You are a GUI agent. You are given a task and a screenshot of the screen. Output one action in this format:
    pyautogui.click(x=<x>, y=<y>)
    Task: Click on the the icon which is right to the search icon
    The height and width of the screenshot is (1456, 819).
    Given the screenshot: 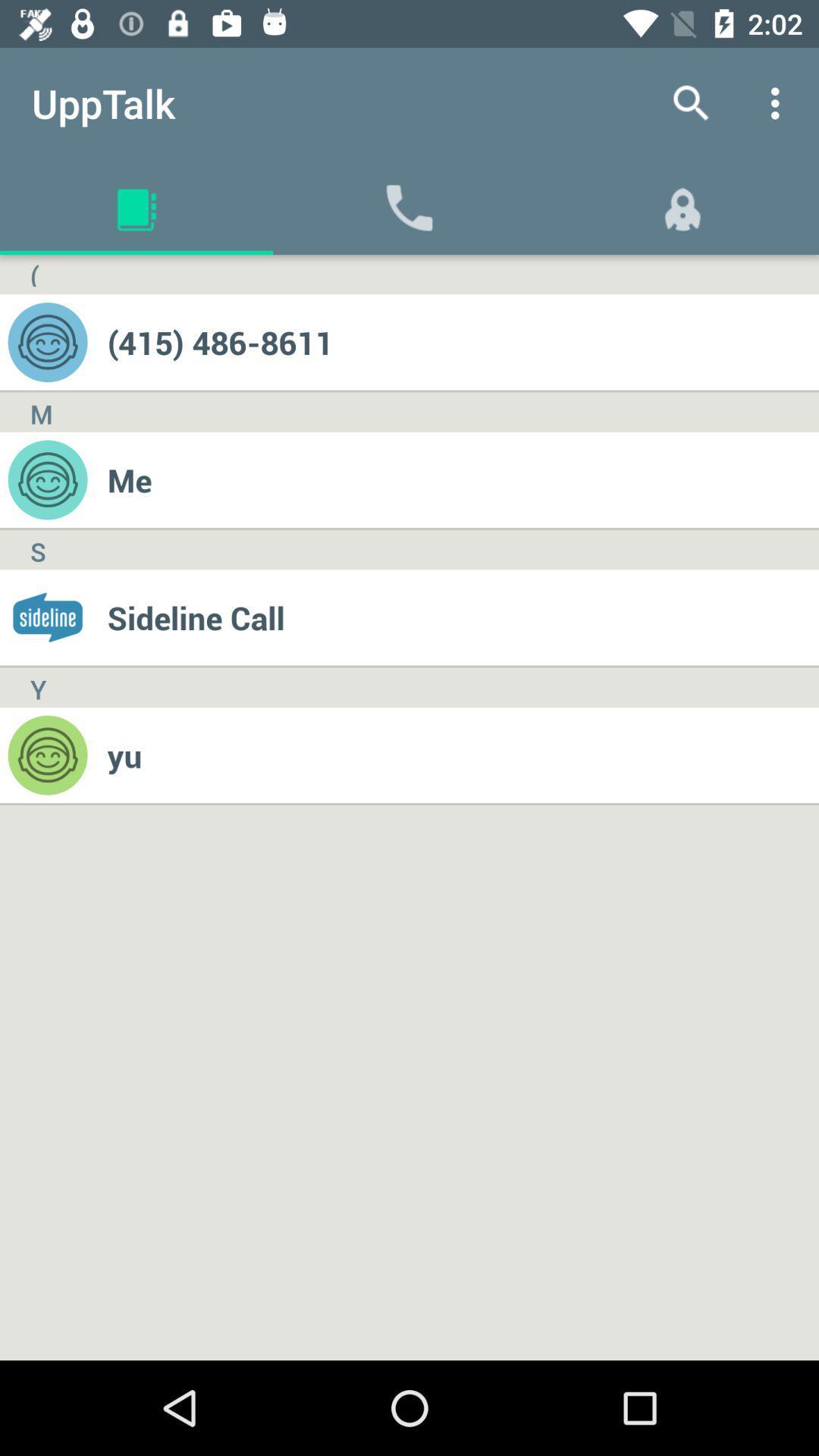 What is the action you would take?
    pyautogui.click(x=779, y=103)
    